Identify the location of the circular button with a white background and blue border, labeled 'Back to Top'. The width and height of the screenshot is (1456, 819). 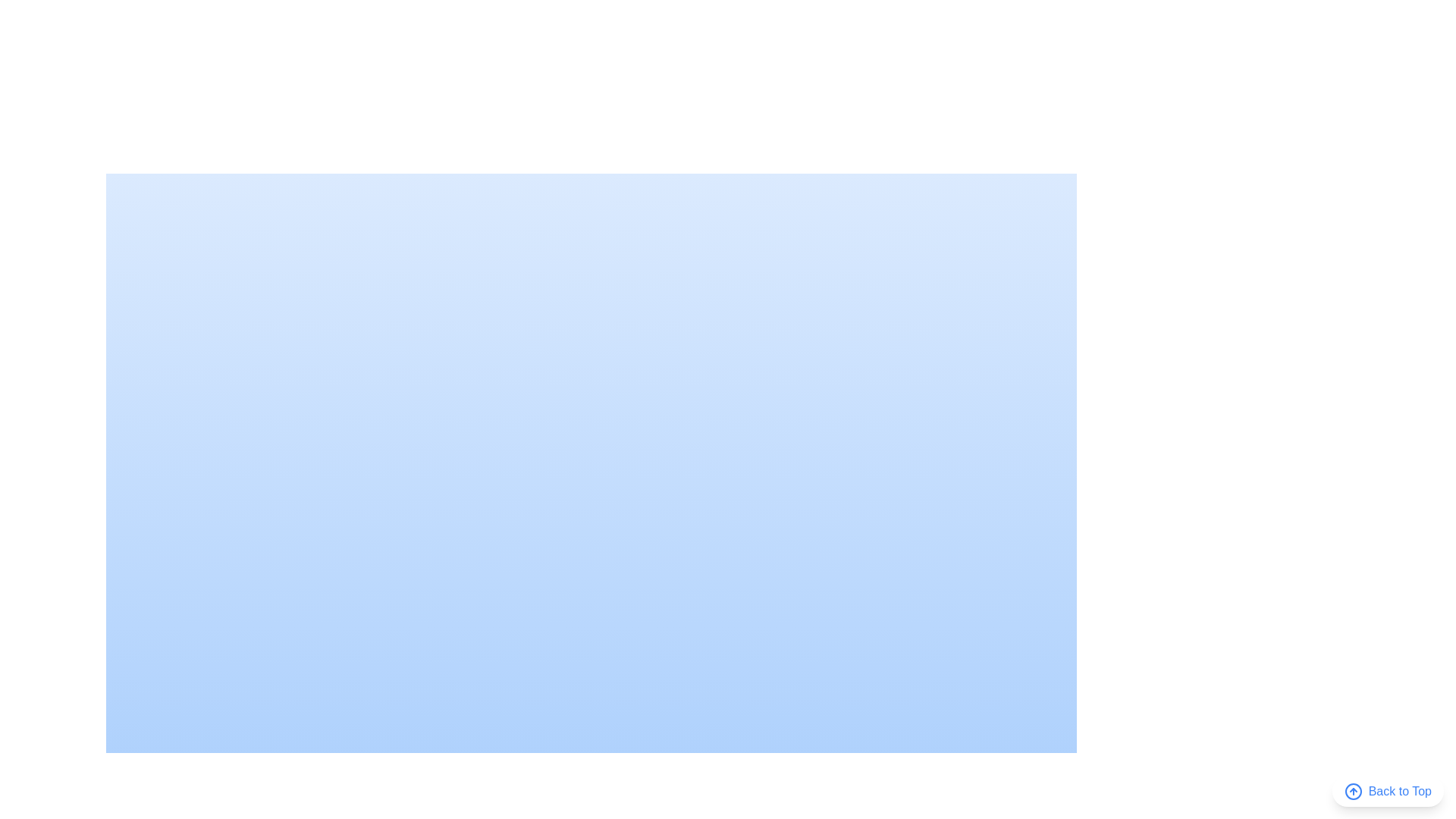
(1388, 791).